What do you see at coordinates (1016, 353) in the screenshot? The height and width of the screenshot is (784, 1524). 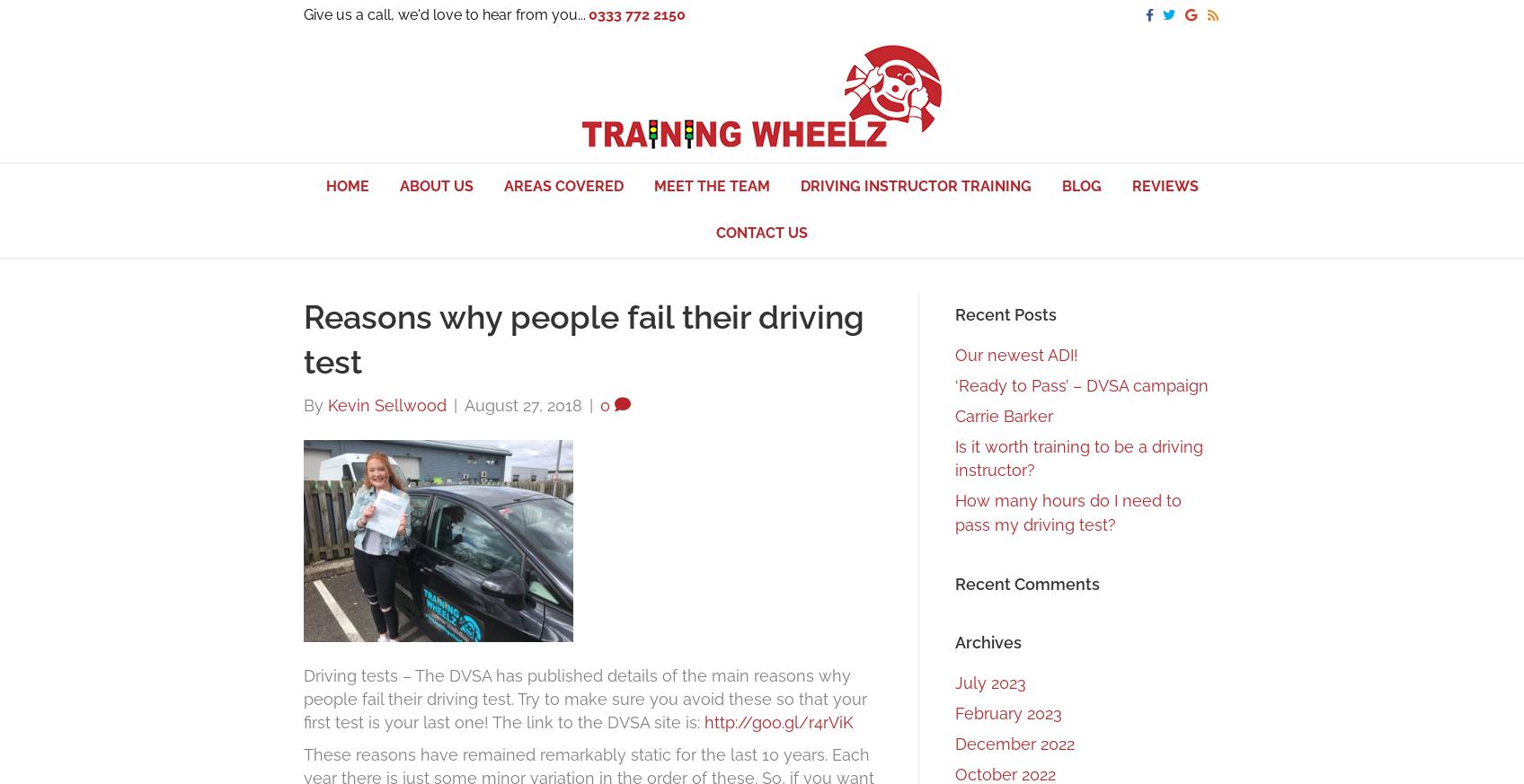 I see `'Our newest ADI!'` at bounding box center [1016, 353].